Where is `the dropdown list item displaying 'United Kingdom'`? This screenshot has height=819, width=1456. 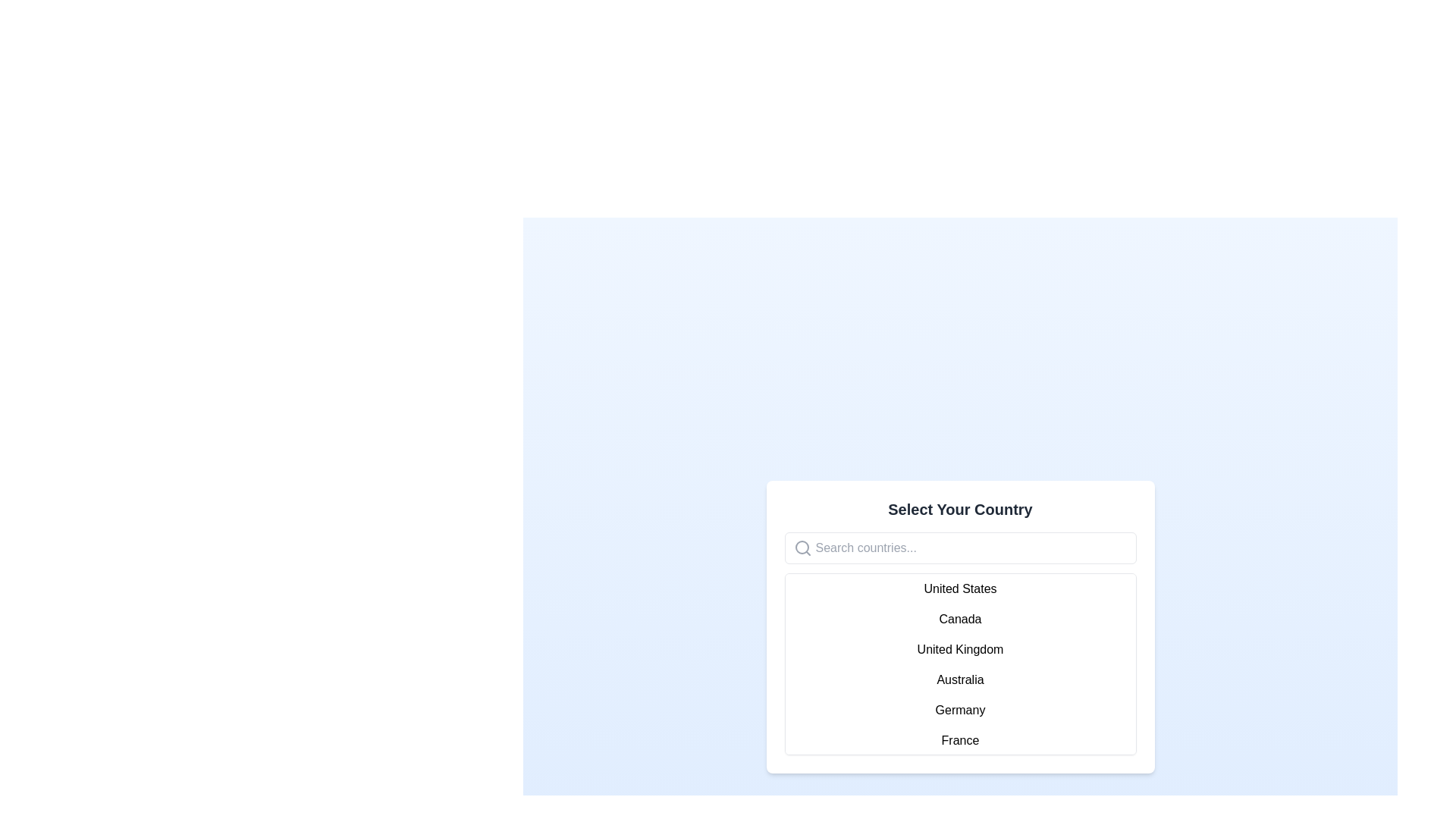 the dropdown list item displaying 'United Kingdom' is located at coordinates (959, 648).